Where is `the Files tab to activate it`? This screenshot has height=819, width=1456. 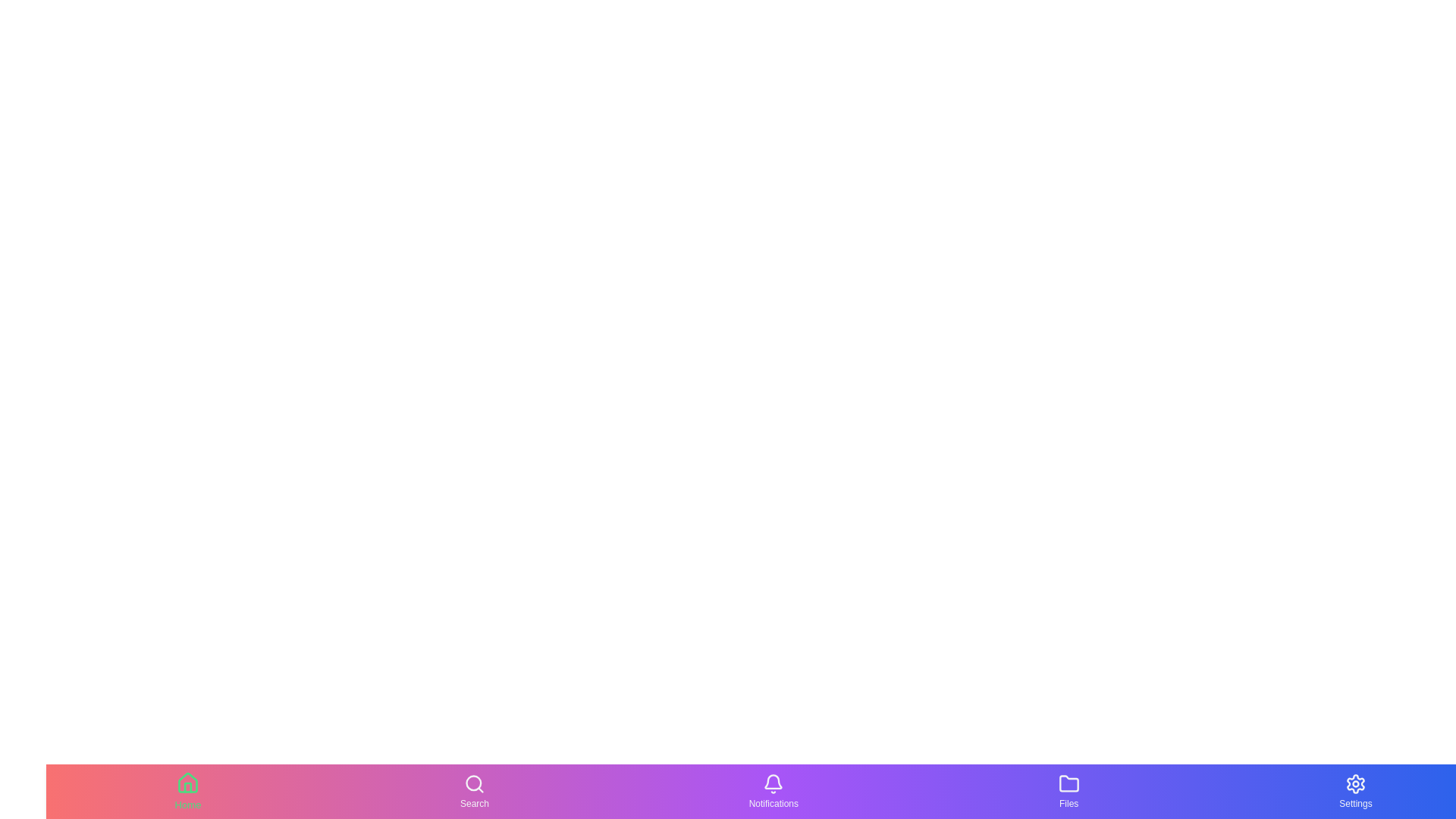
the Files tab to activate it is located at coordinates (1068, 791).